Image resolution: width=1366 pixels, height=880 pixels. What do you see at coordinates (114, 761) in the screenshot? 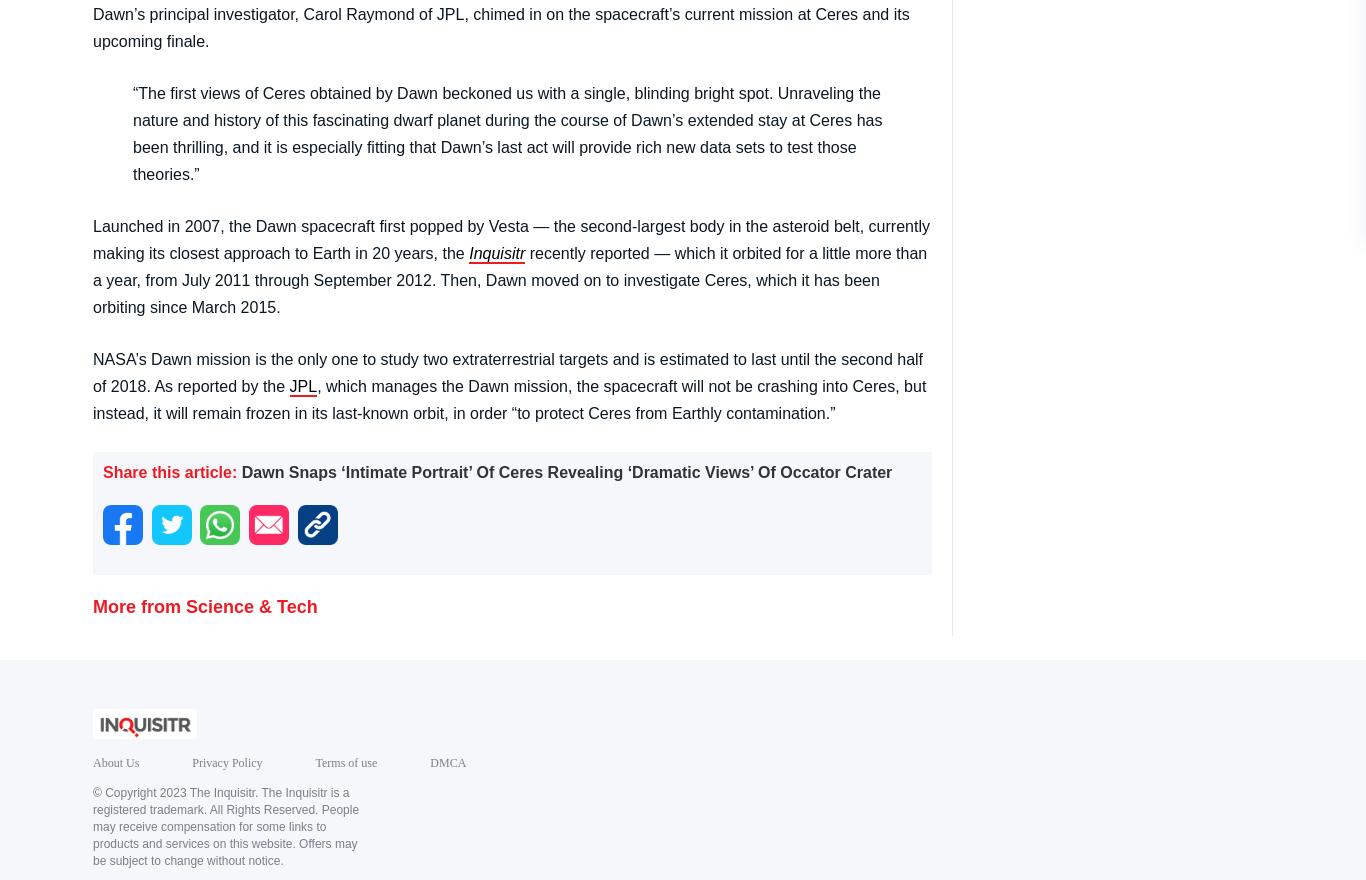
I see `'About Us'` at bounding box center [114, 761].